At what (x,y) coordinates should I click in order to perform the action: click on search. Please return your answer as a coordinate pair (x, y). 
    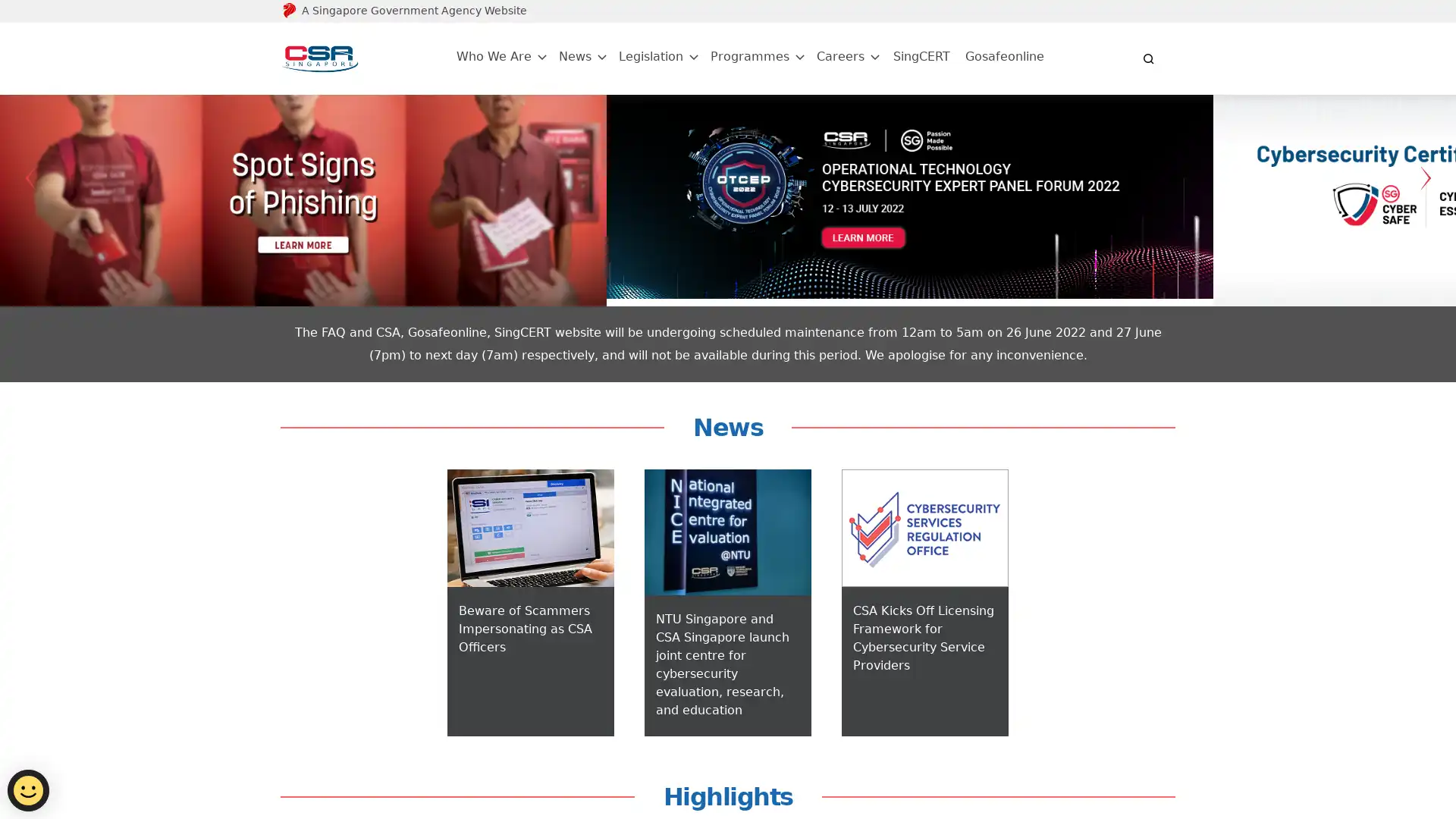
    Looking at the image, I should click on (1149, 58).